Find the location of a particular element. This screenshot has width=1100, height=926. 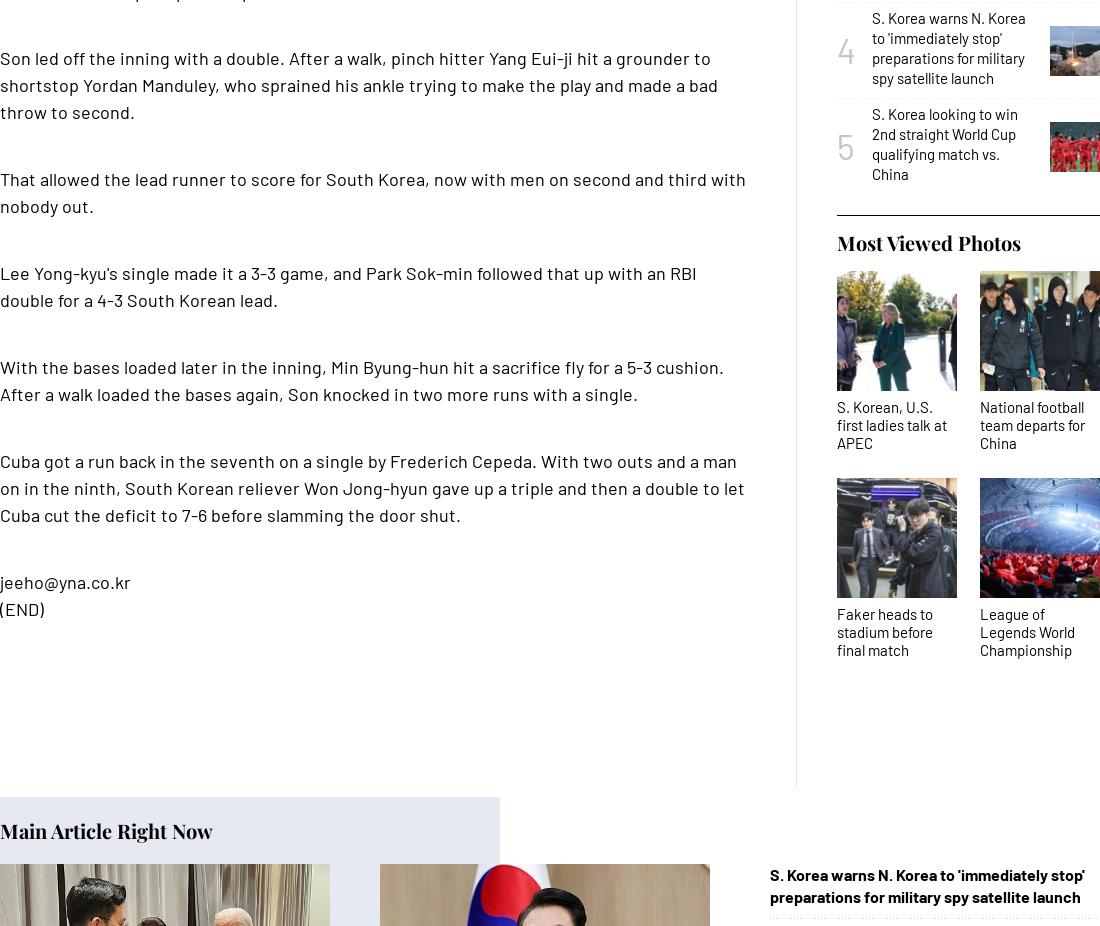

'League of Legends World Championship' is located at coordinates (1026, 630).